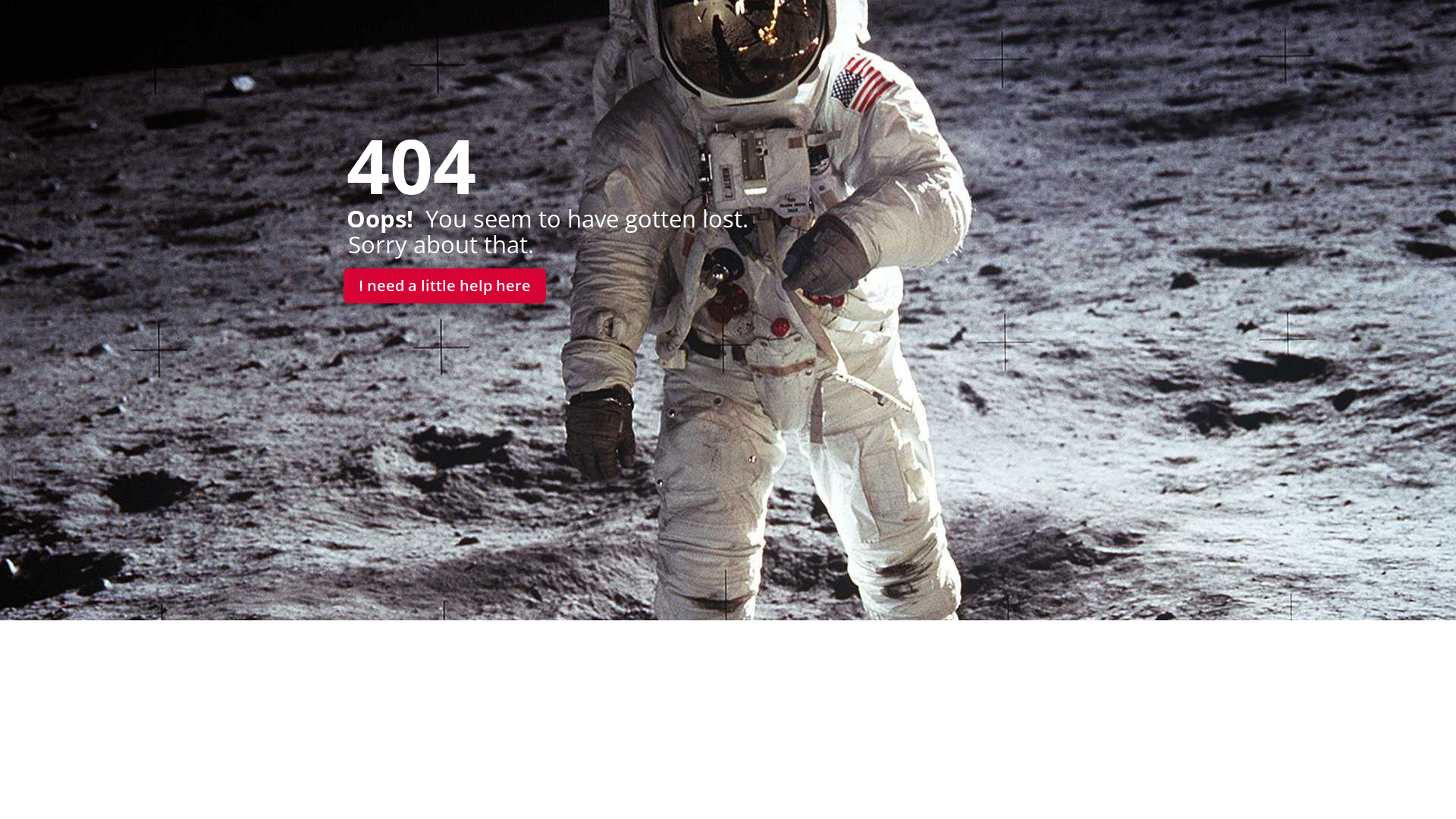 This screenshot has width=1456, height=819. Describe the element at coordinates (444, 286) in the screenshot. I see `'I need a little help here'` at that location.